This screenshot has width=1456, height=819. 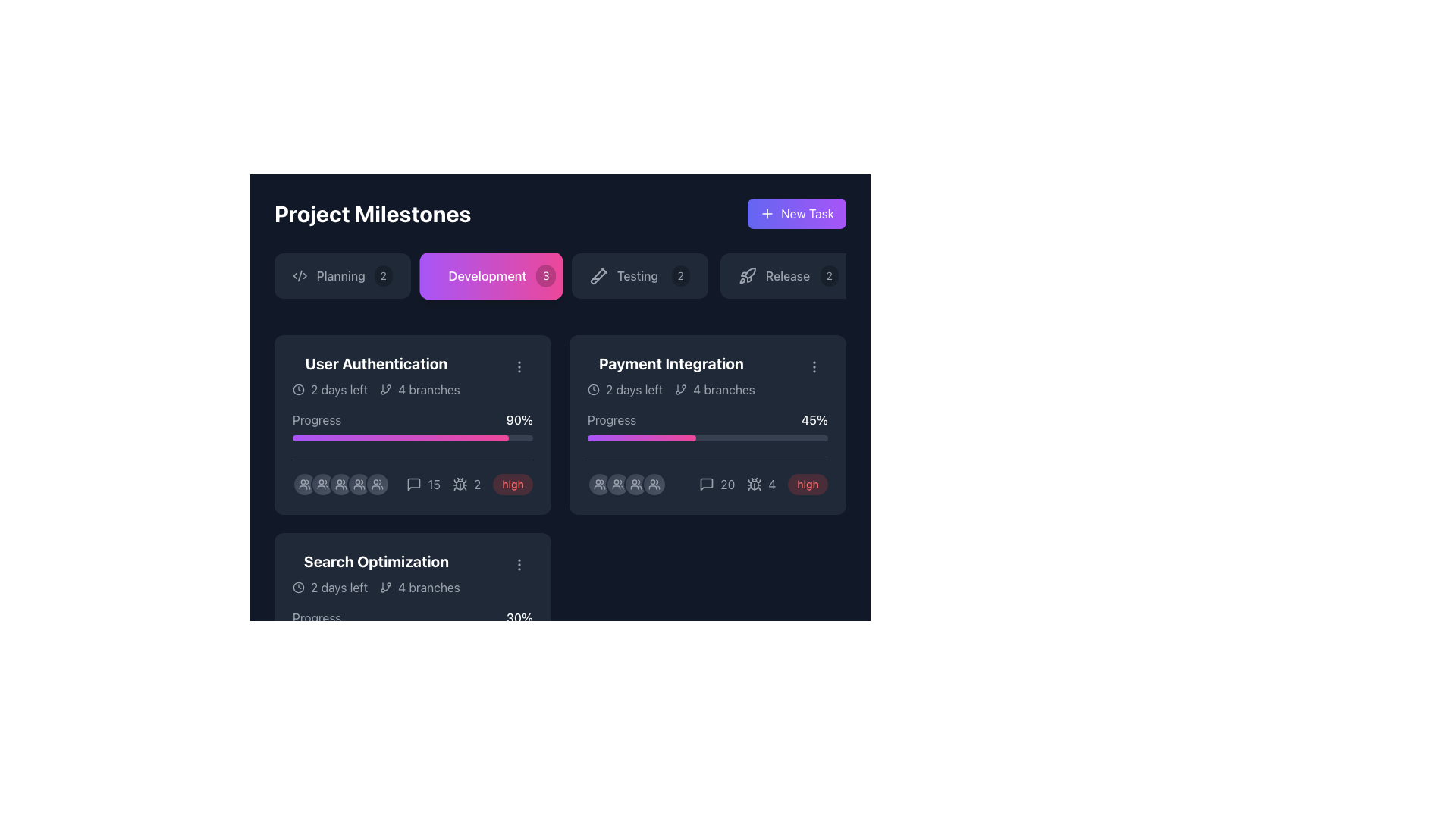 I want to click on the text label displaying 'Progress' in gray font, which is located in the 'Search Optimization' card interface, positioned above a progress bar and to the left of a percentage indicator, so click(x=316, y=617).